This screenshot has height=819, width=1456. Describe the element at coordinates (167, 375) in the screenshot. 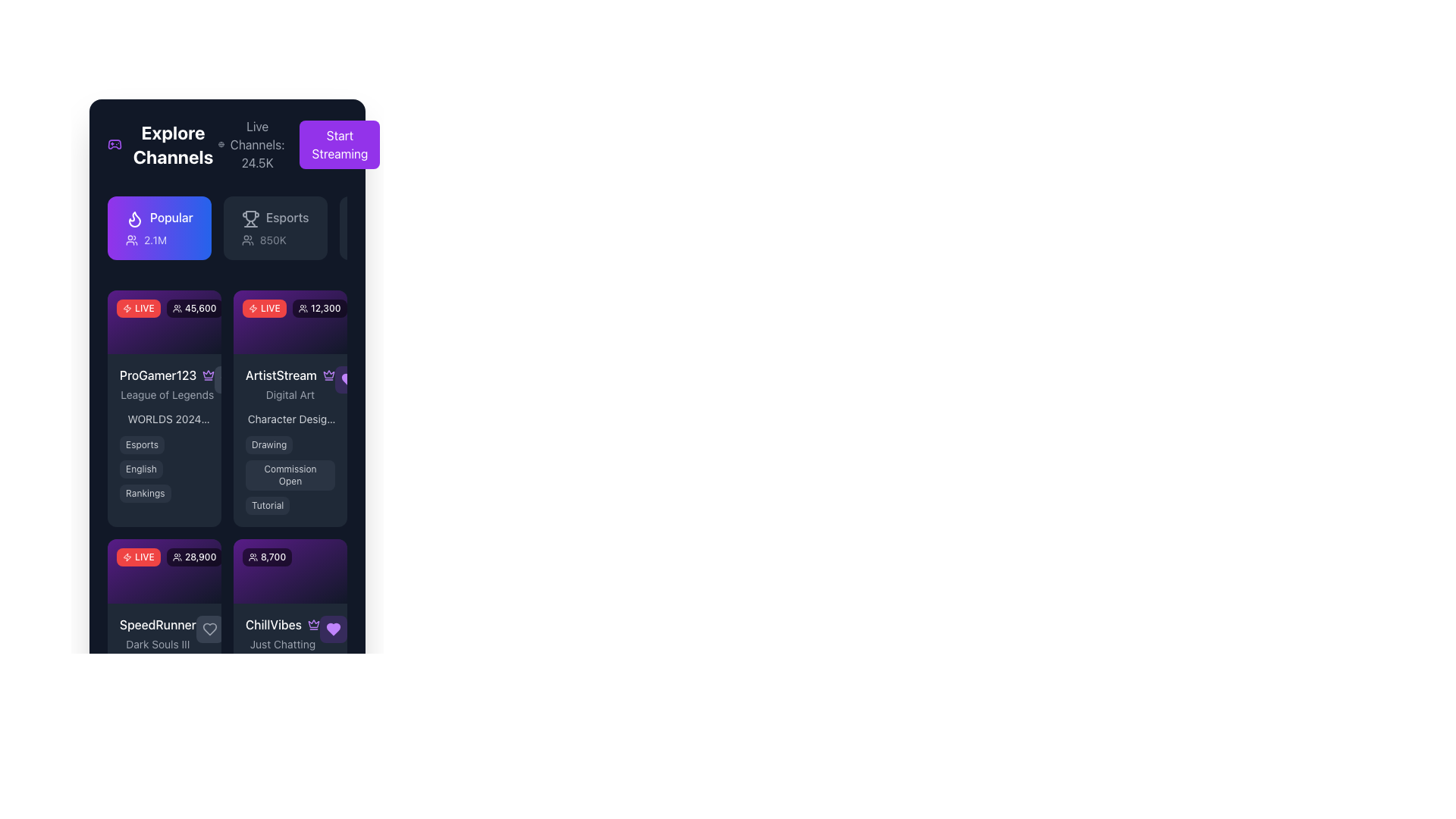

I see `the displayed username 'ProGamer123' which is styled in a white bold font and located below the 'LIVE' button and above the game title 'League of Legends'` at that location.